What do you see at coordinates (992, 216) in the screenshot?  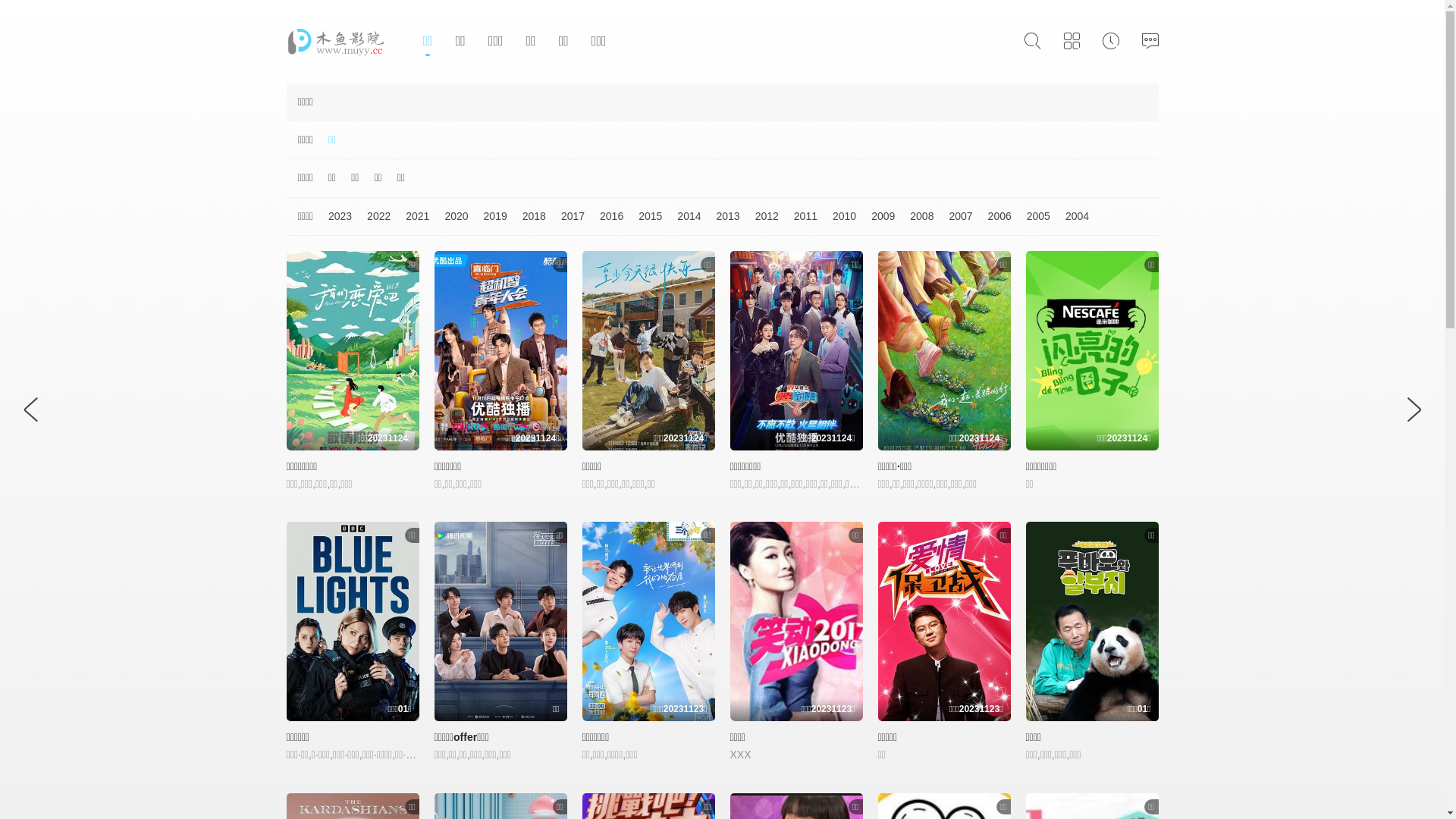 I see `'2006'` at bounding box center [992, 216].